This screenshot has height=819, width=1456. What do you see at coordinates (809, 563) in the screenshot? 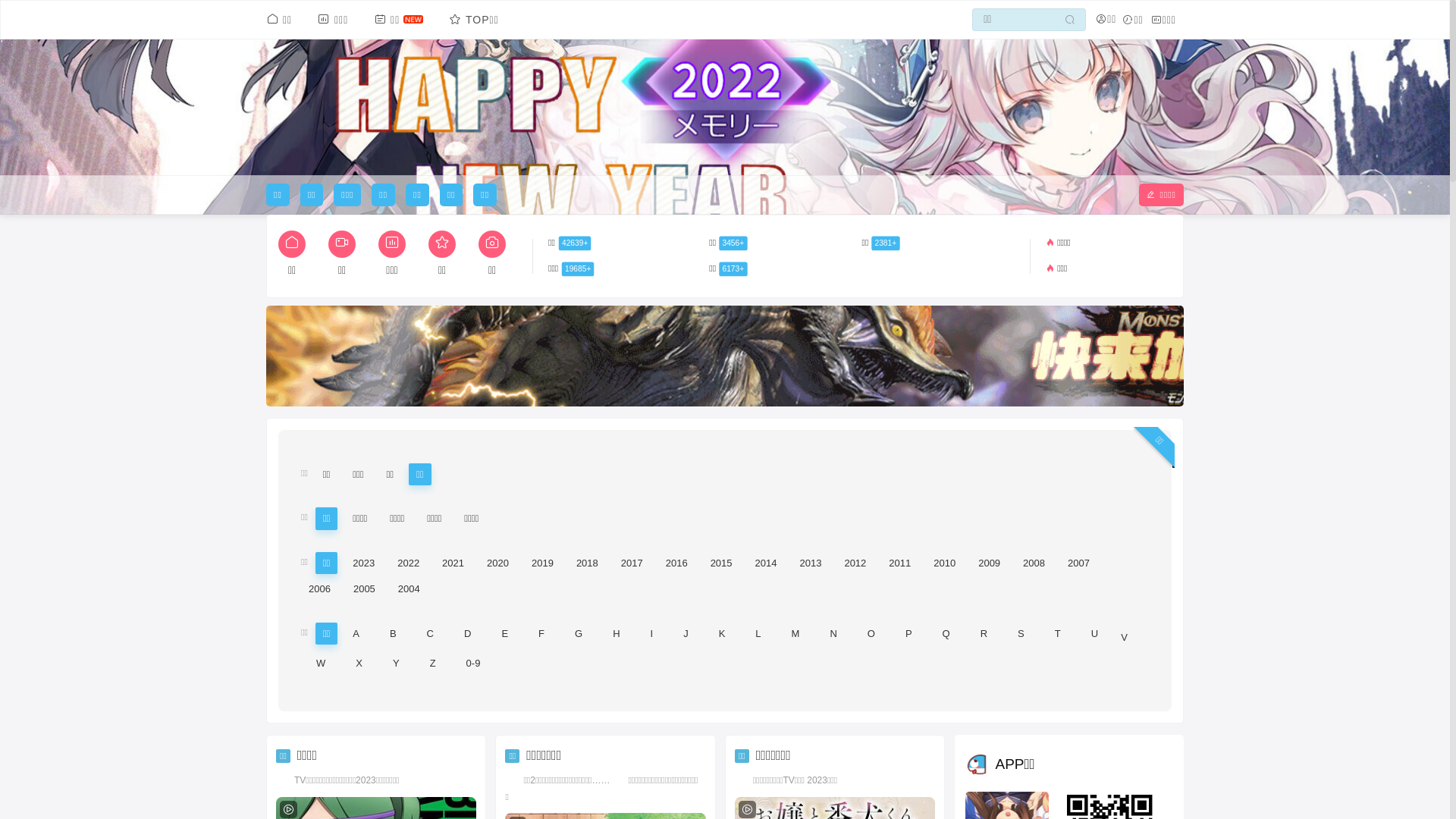
I see `'2013'` at bounding box center [809, 563].